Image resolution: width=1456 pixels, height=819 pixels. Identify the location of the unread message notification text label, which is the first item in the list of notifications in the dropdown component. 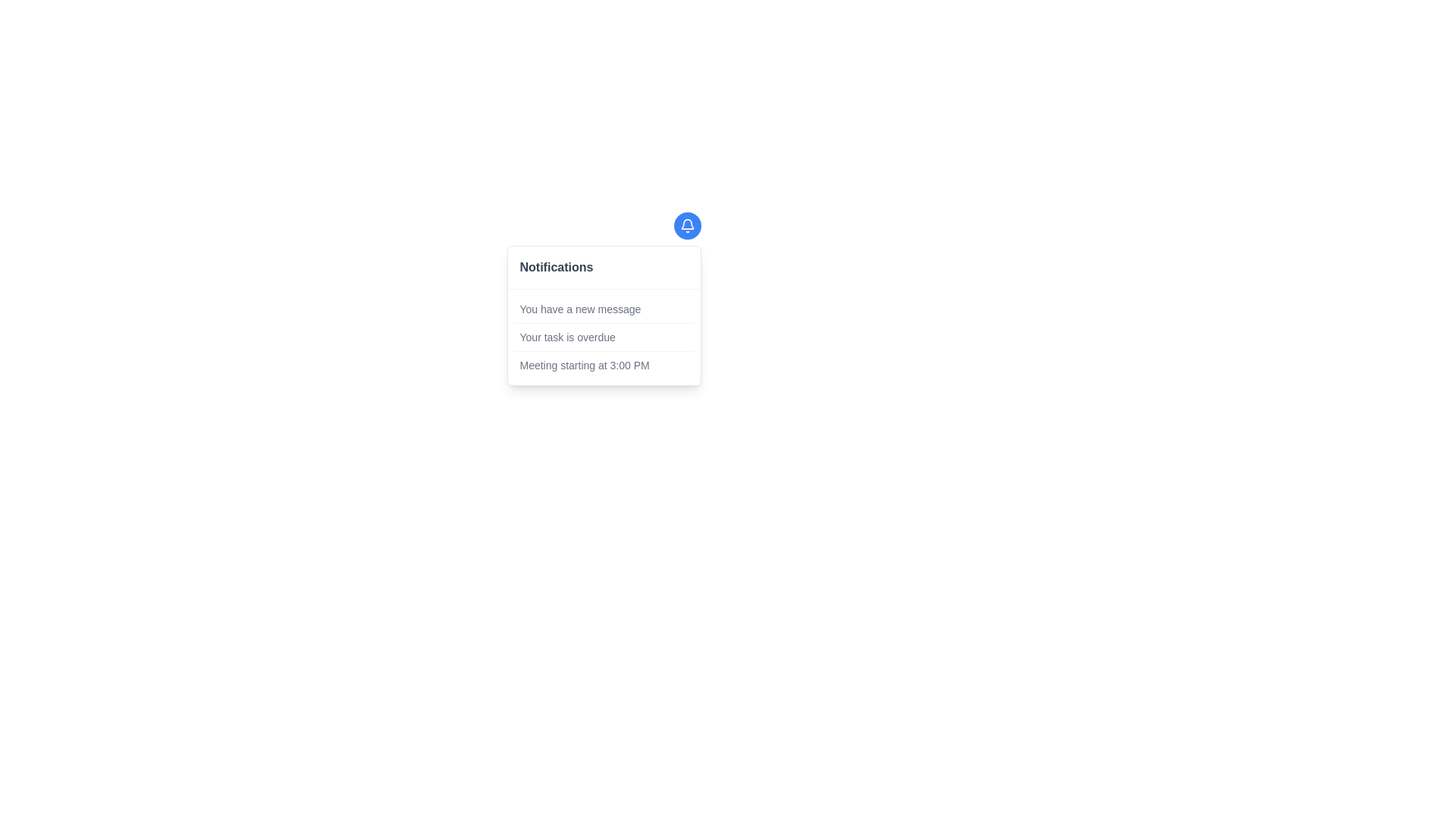
(603, 309).